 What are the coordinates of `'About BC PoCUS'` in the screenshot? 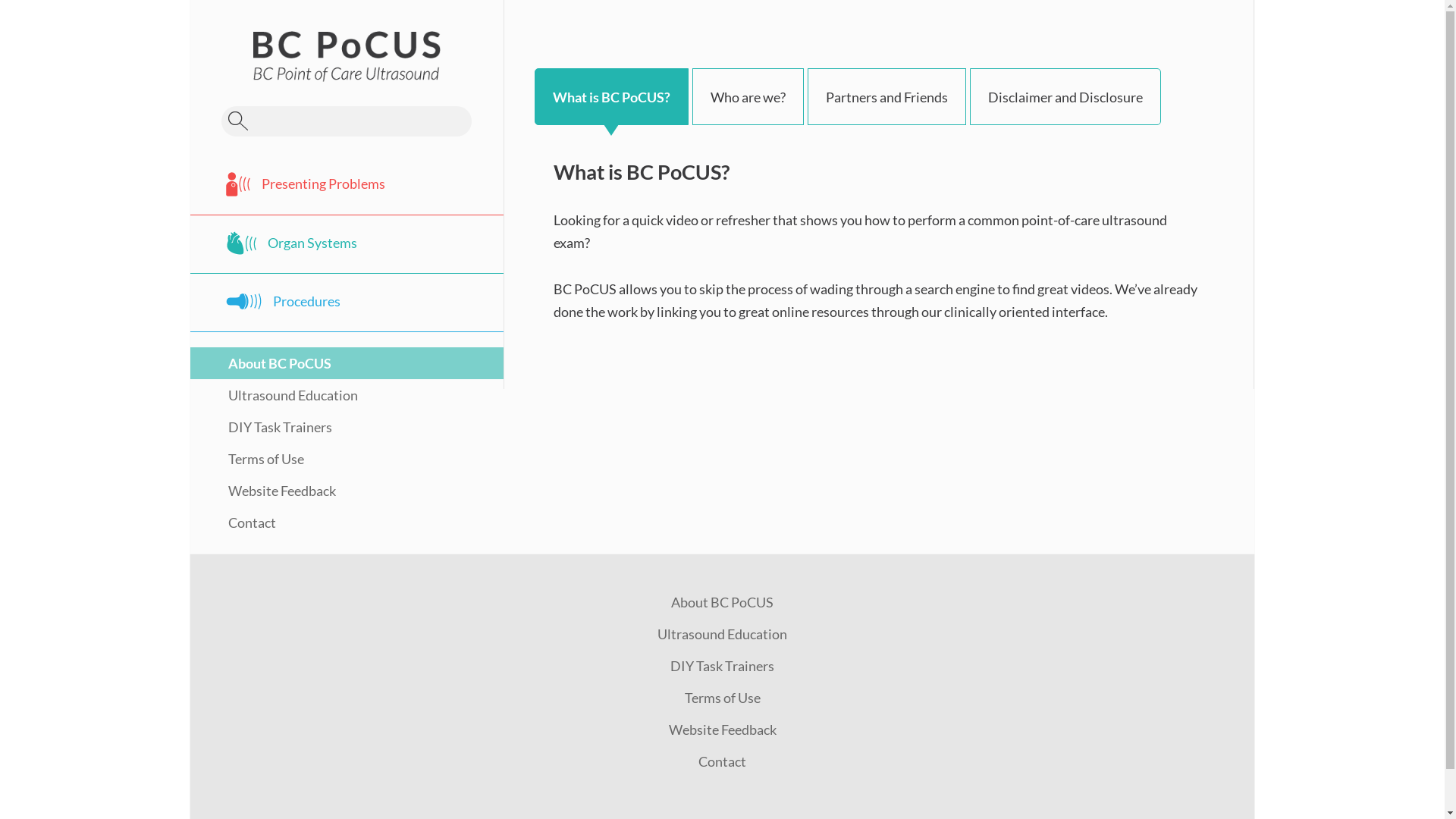 It's located at (261, 362).